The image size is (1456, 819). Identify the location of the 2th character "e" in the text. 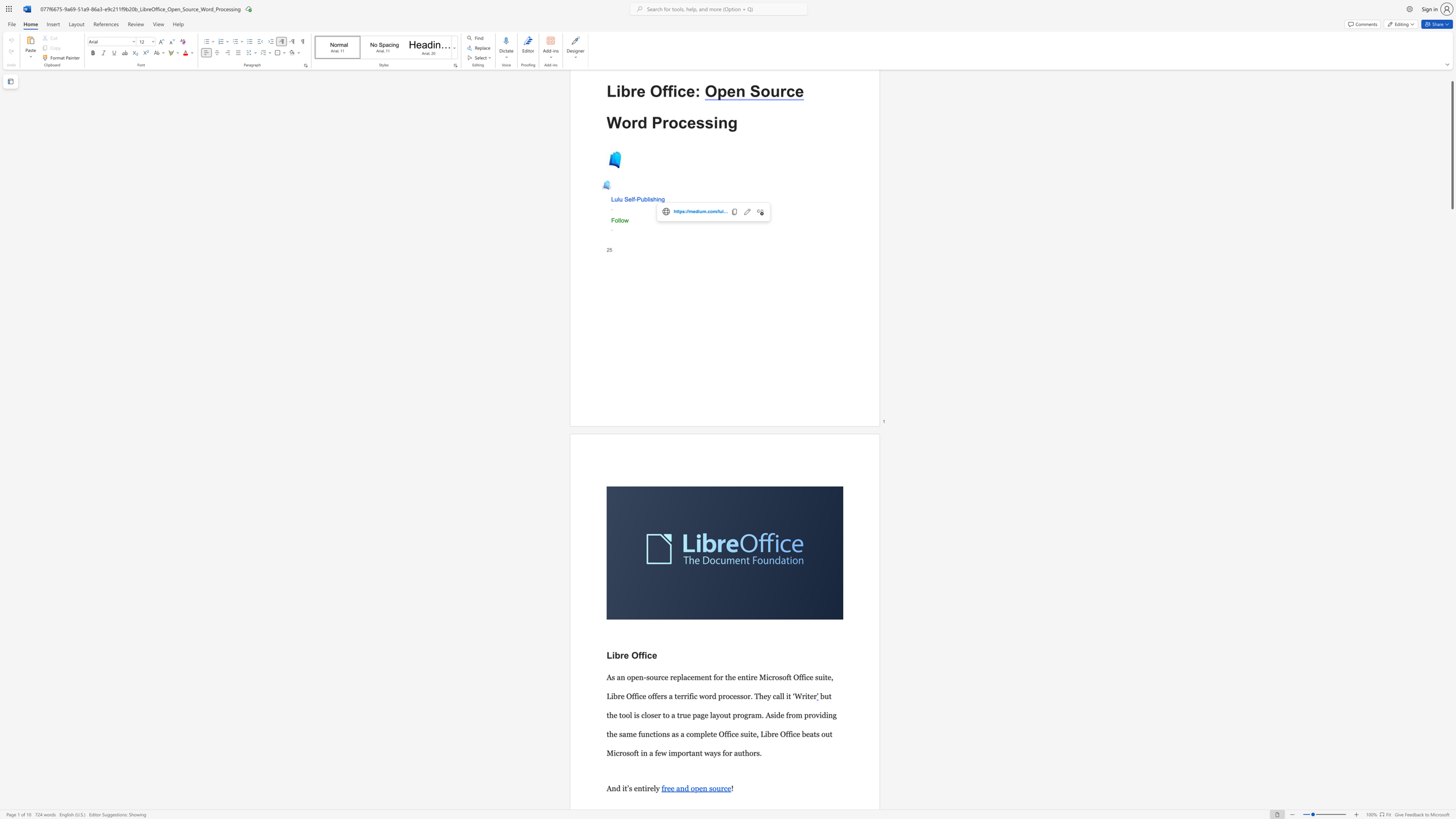
(654, 655).